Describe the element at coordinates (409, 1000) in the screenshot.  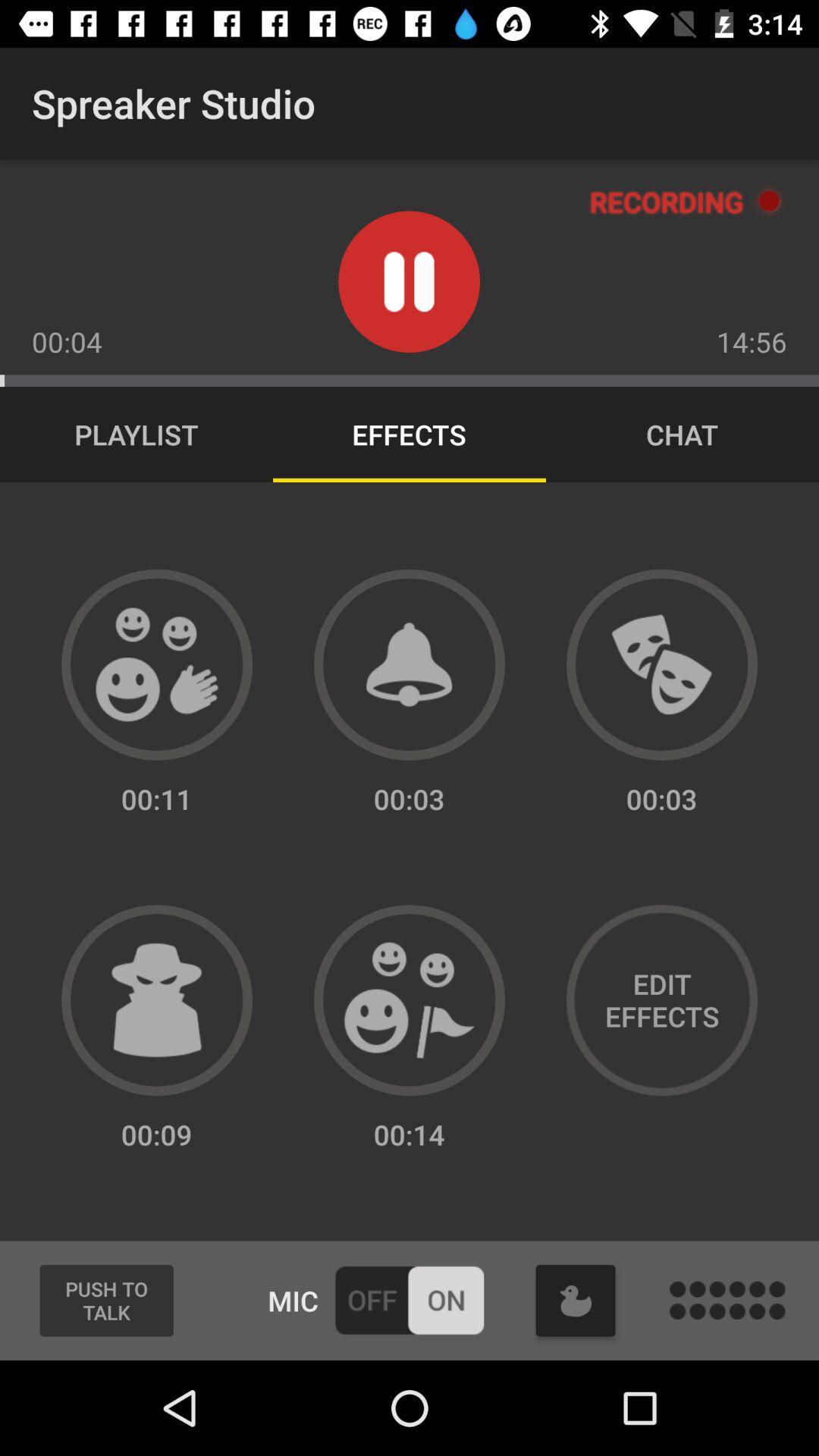
I see `effect` at that location.